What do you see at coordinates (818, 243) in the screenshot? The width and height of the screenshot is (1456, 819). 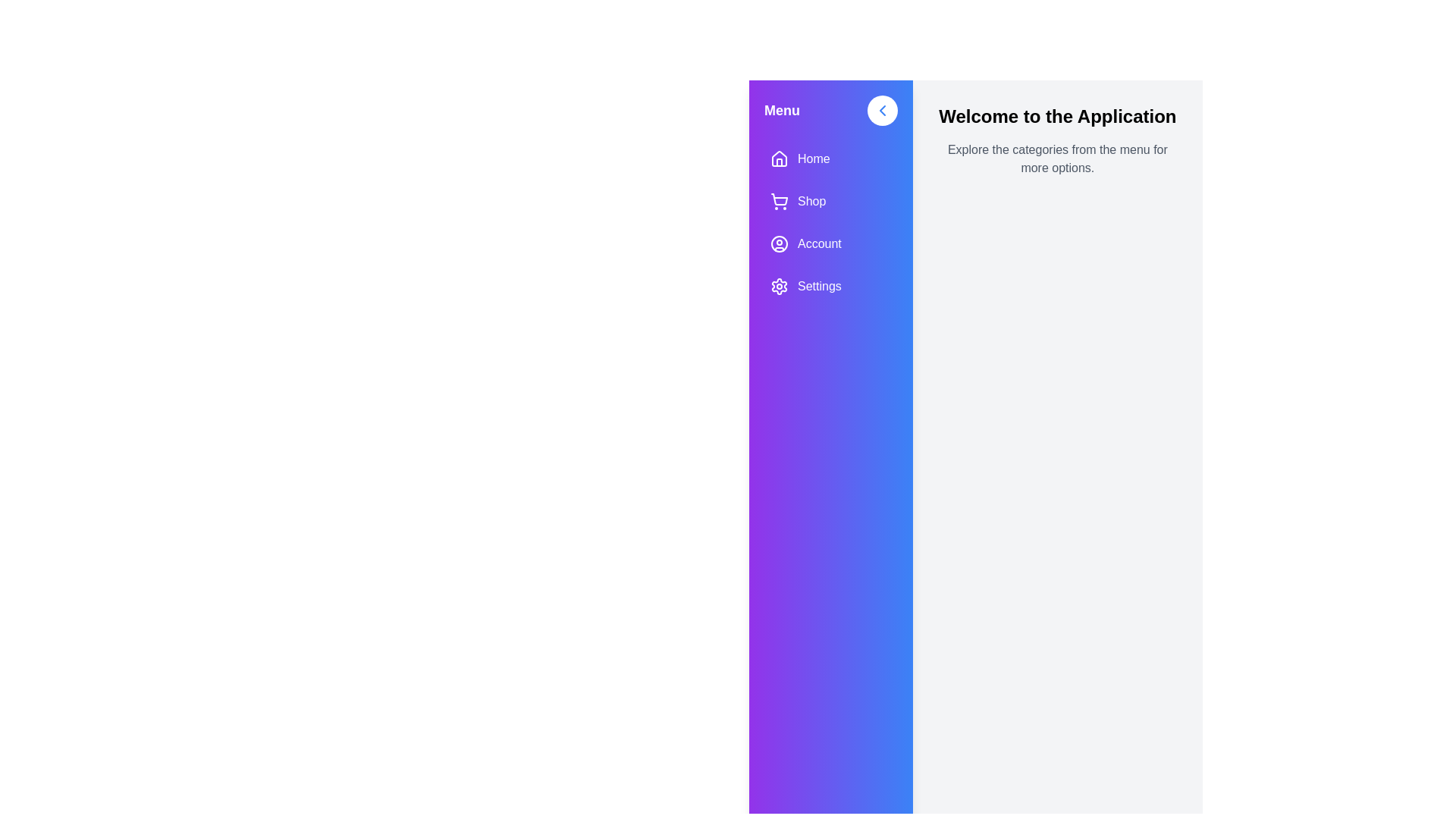 I see `text label displaying 'Account' in the vertical navigation bar on the left side of the interface` at bounding box center [818, 243].